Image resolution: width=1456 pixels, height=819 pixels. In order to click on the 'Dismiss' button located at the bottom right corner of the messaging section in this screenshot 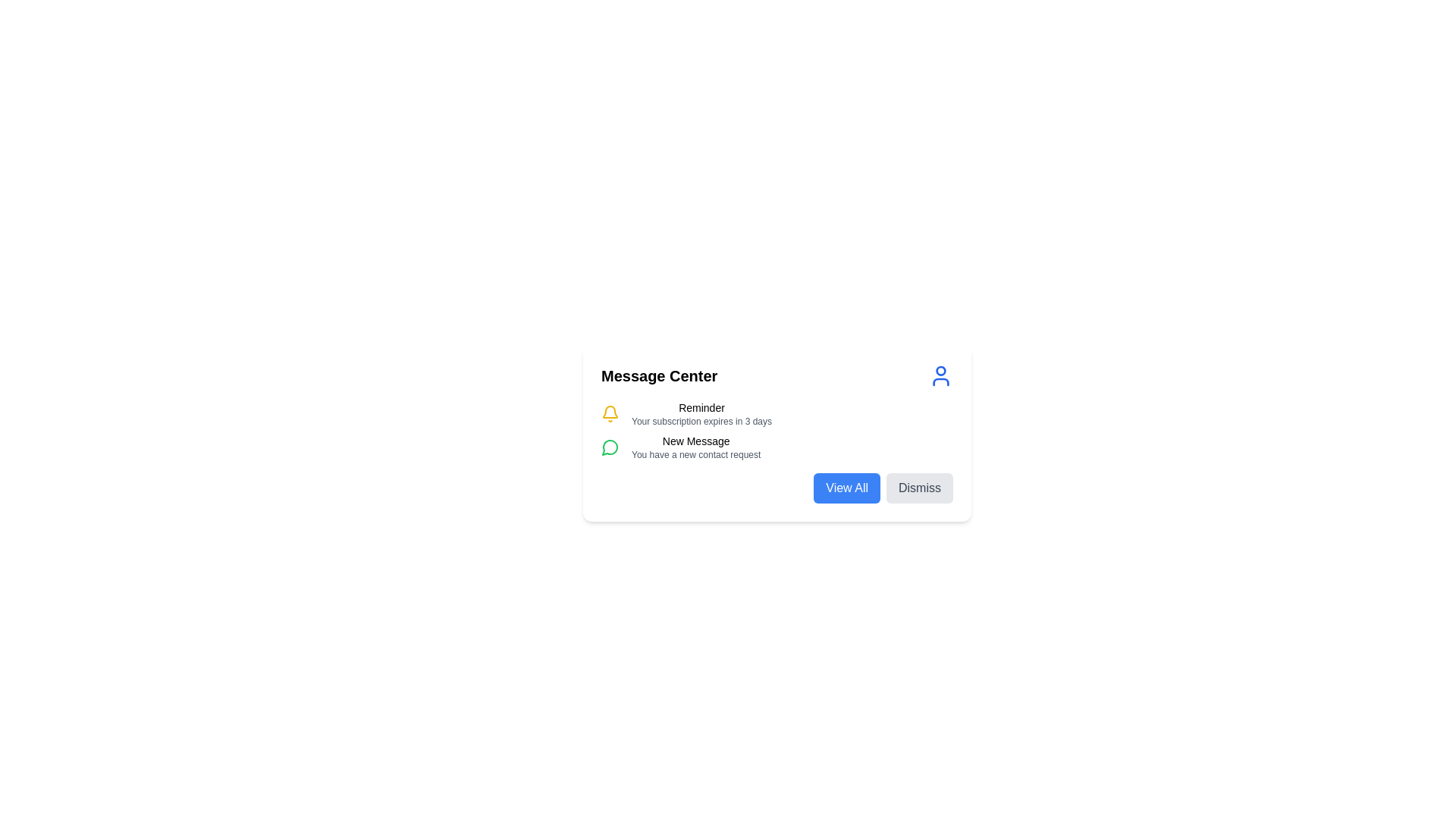, I will do `click(919, 488)`.